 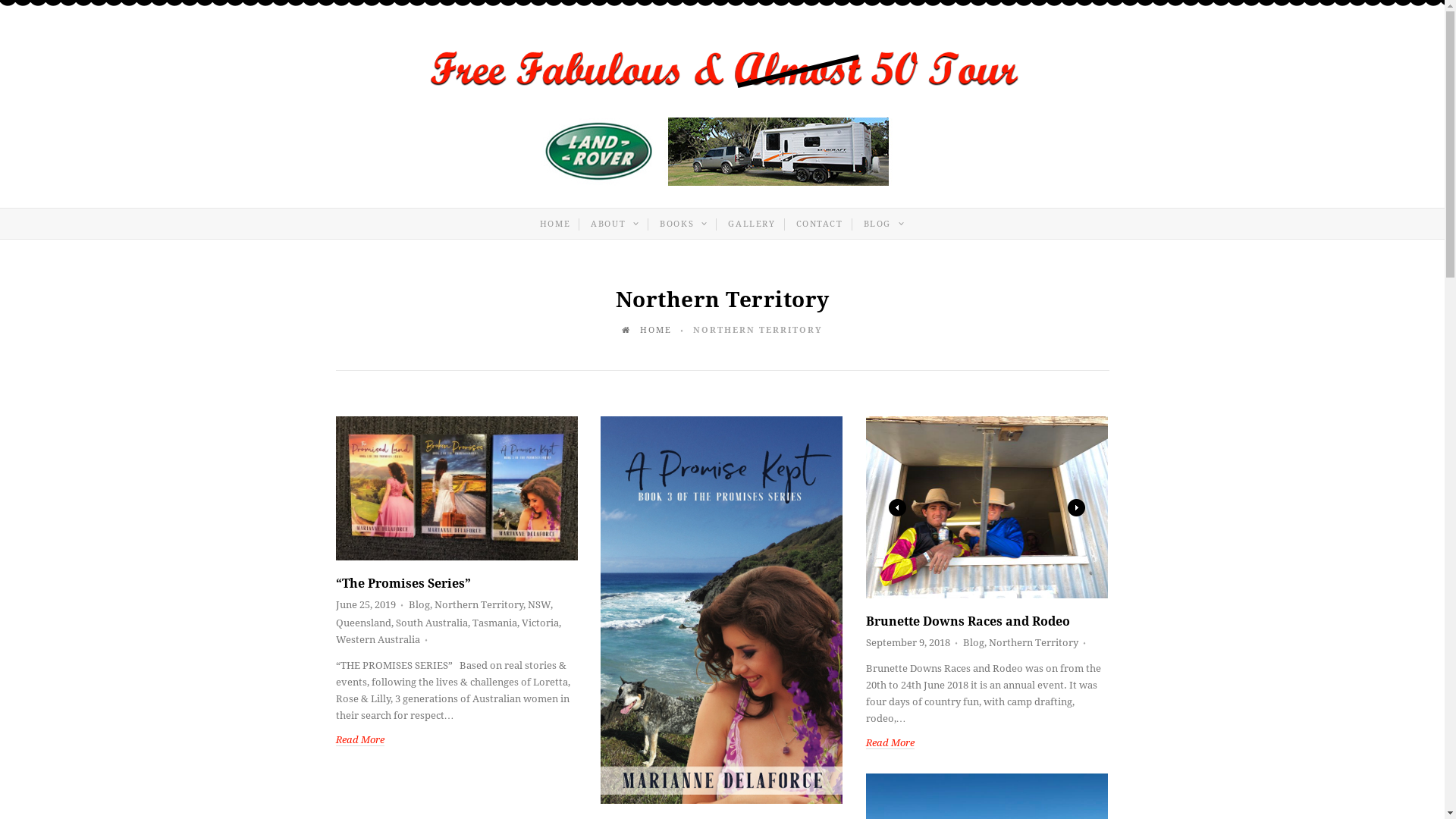 I want to click on 'Queensland', so click(x=362, y=623).